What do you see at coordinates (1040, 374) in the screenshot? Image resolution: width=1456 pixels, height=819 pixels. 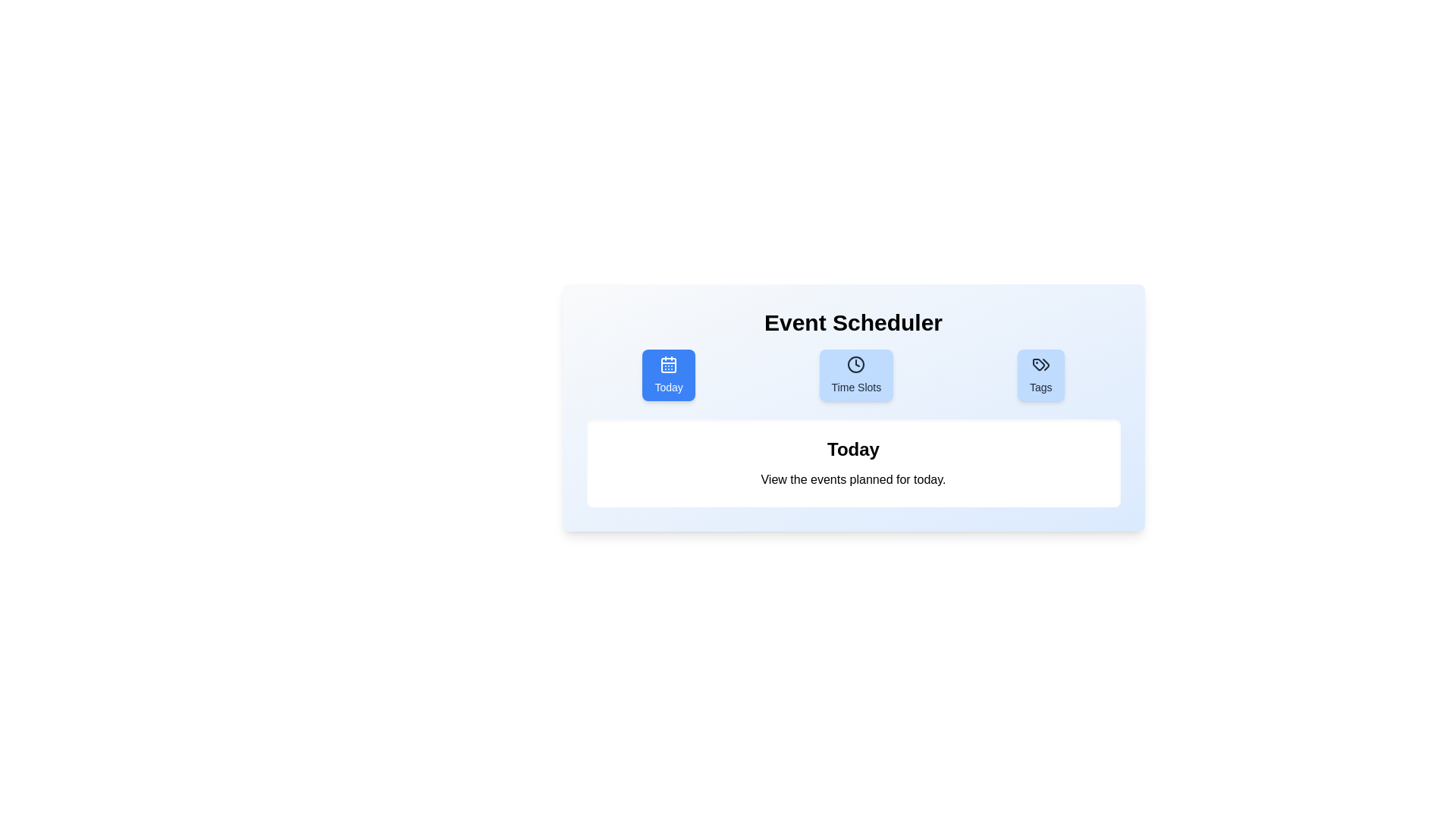 I see `the tab button labeled Tags` at bounding box center [1040, 374].